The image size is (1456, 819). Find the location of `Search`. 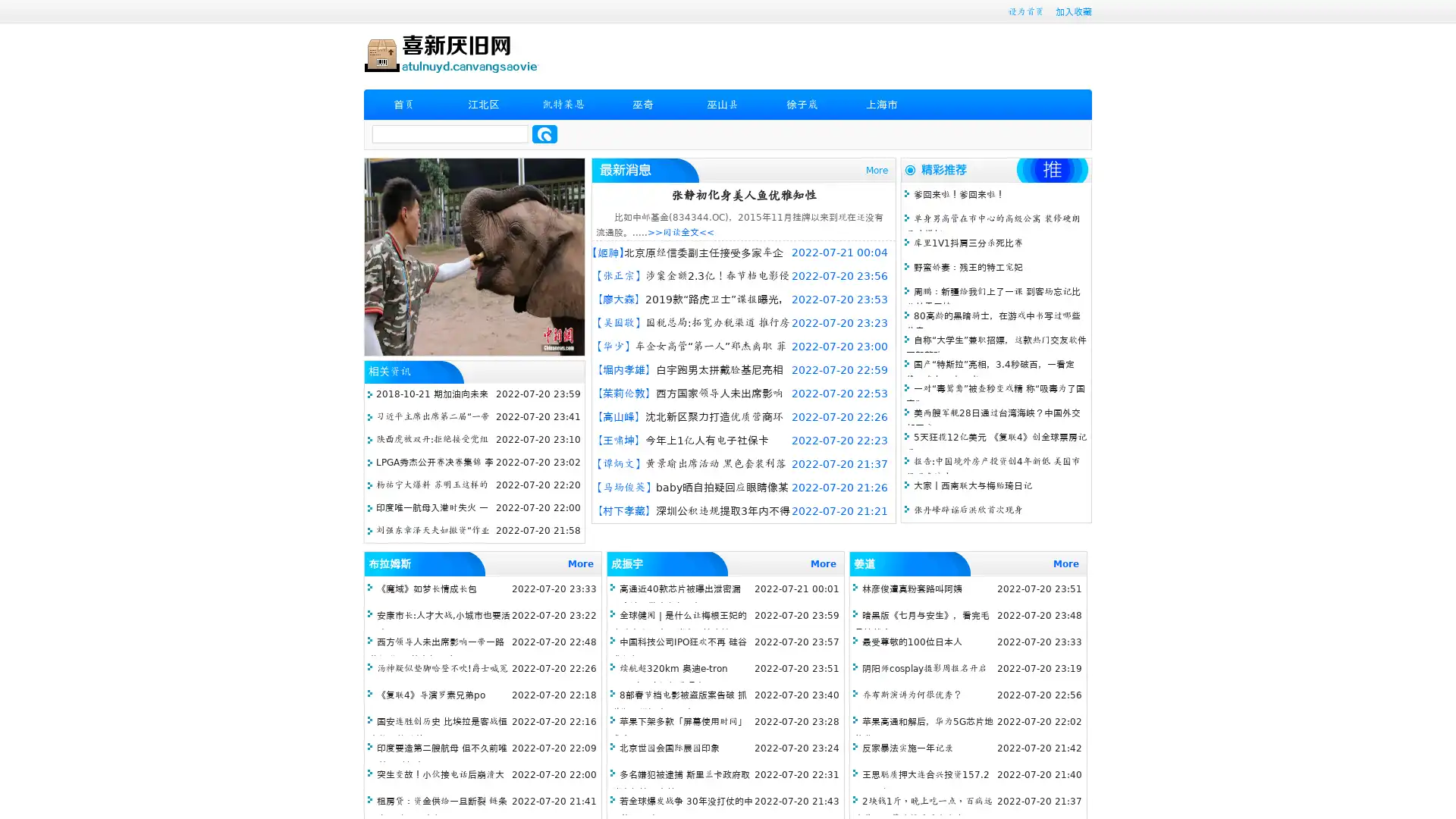

Search is located at coordinates (544, 133).